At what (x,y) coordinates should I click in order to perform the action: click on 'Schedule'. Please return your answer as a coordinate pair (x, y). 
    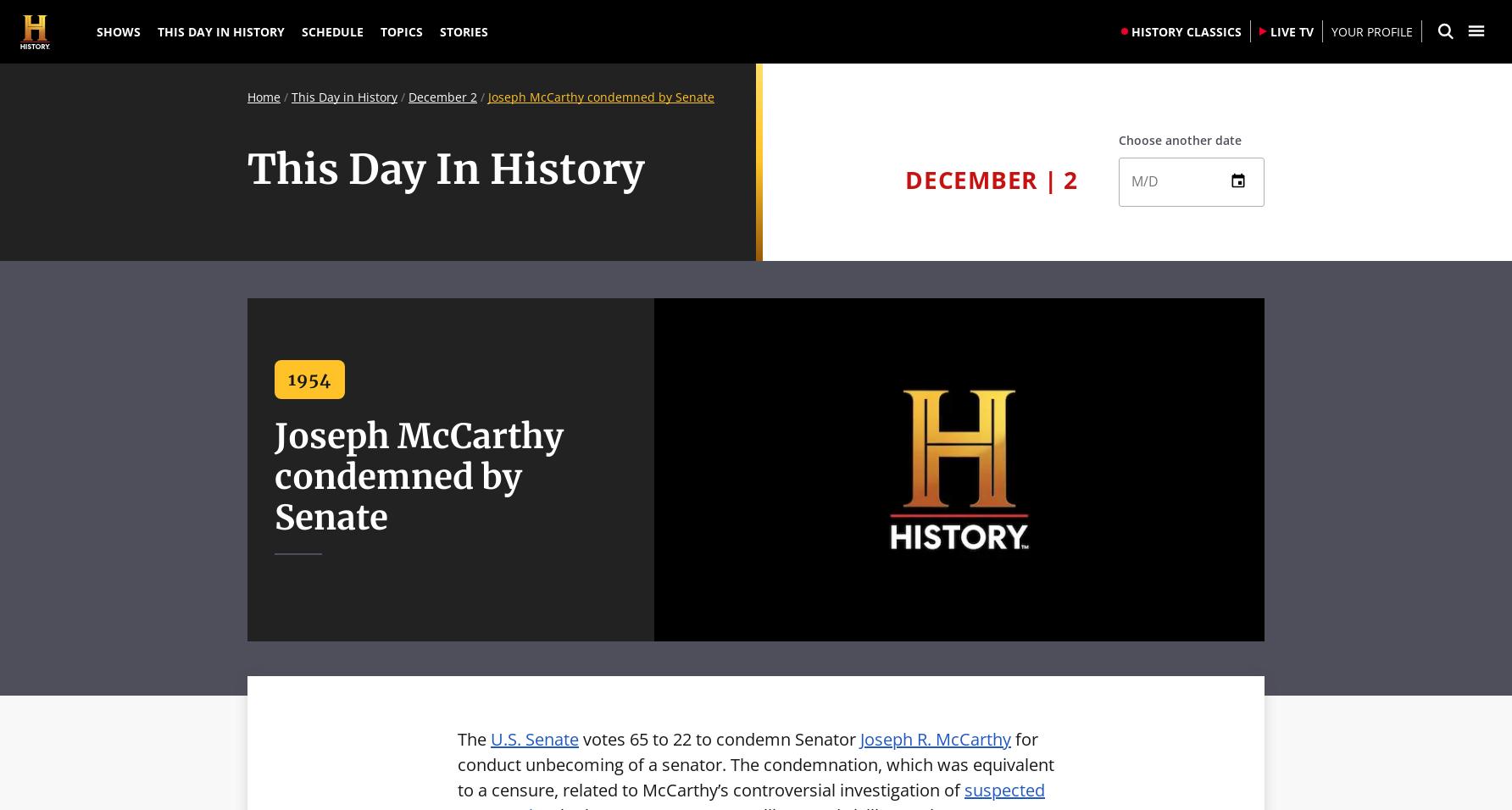
    Looking at the image, I should click on (331, 31).